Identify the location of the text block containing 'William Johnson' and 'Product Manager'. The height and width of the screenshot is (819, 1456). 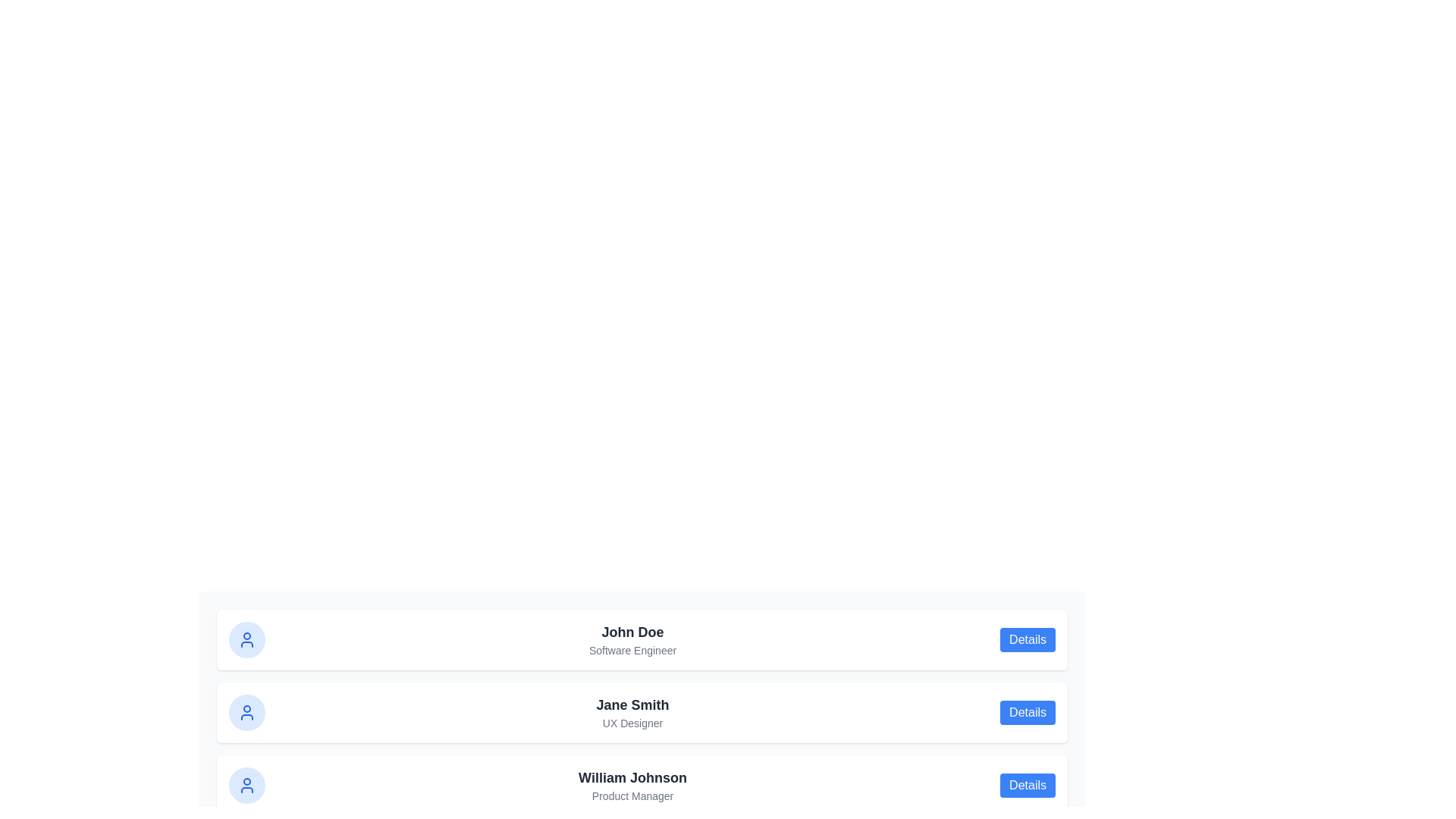
(632, 785).